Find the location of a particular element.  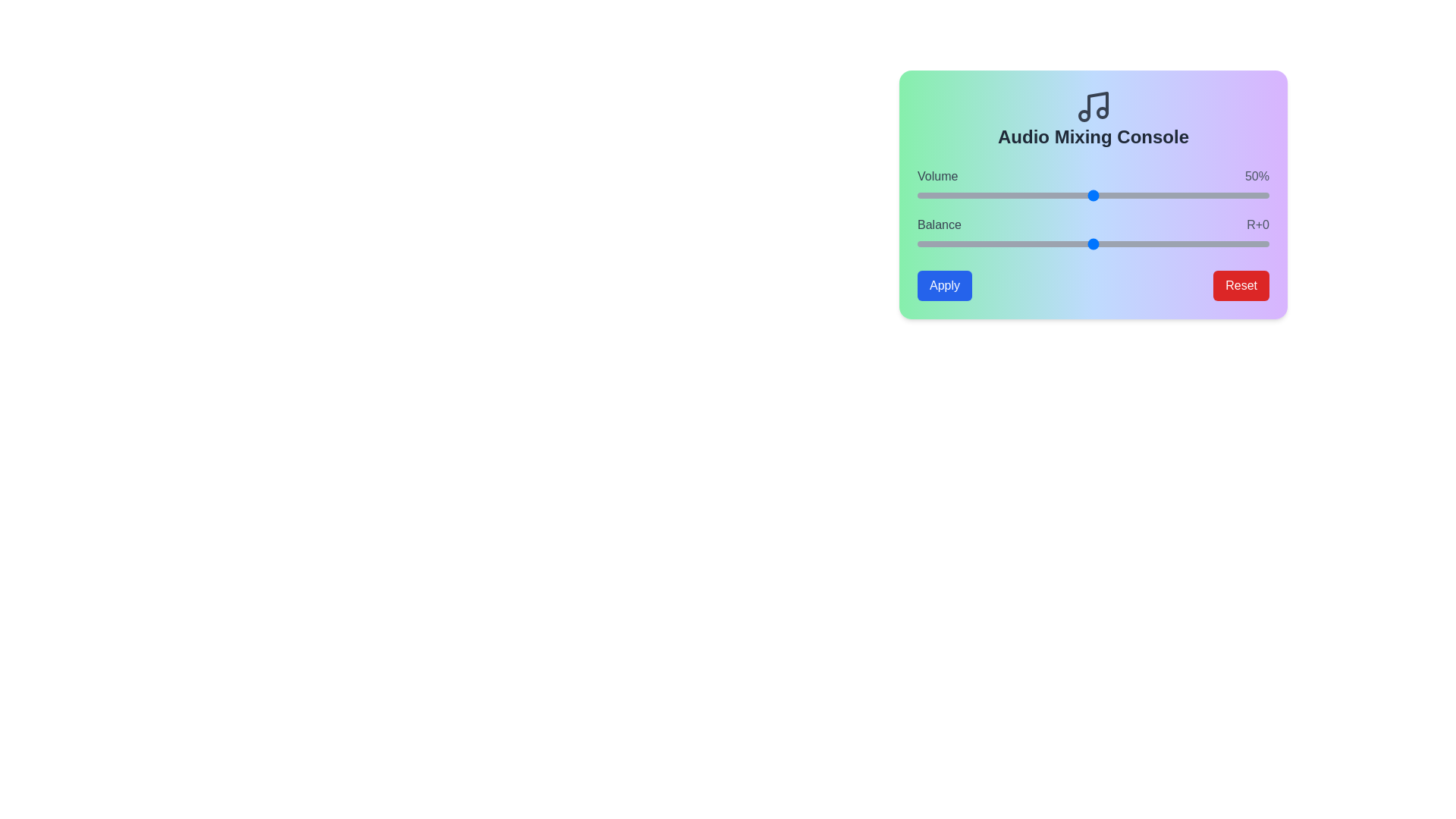

the text label reading 'R+0', which is styled in gray and positioned to the right of the 'Balance' slider is located at coordinates (1258, 225).